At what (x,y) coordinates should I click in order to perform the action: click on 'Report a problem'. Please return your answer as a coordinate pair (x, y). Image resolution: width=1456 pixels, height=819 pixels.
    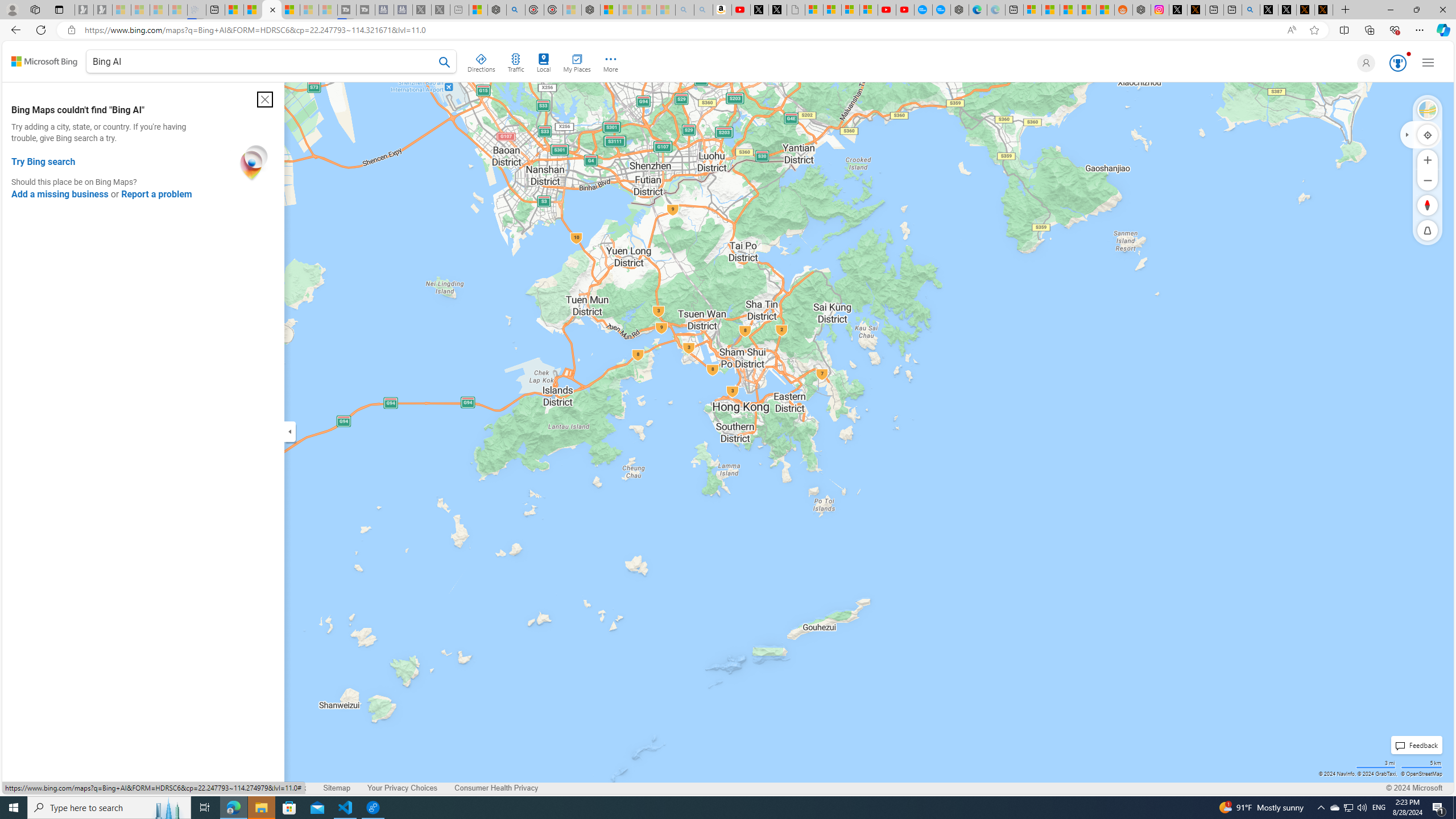
    Looking at the image, I should click on (156, 194).